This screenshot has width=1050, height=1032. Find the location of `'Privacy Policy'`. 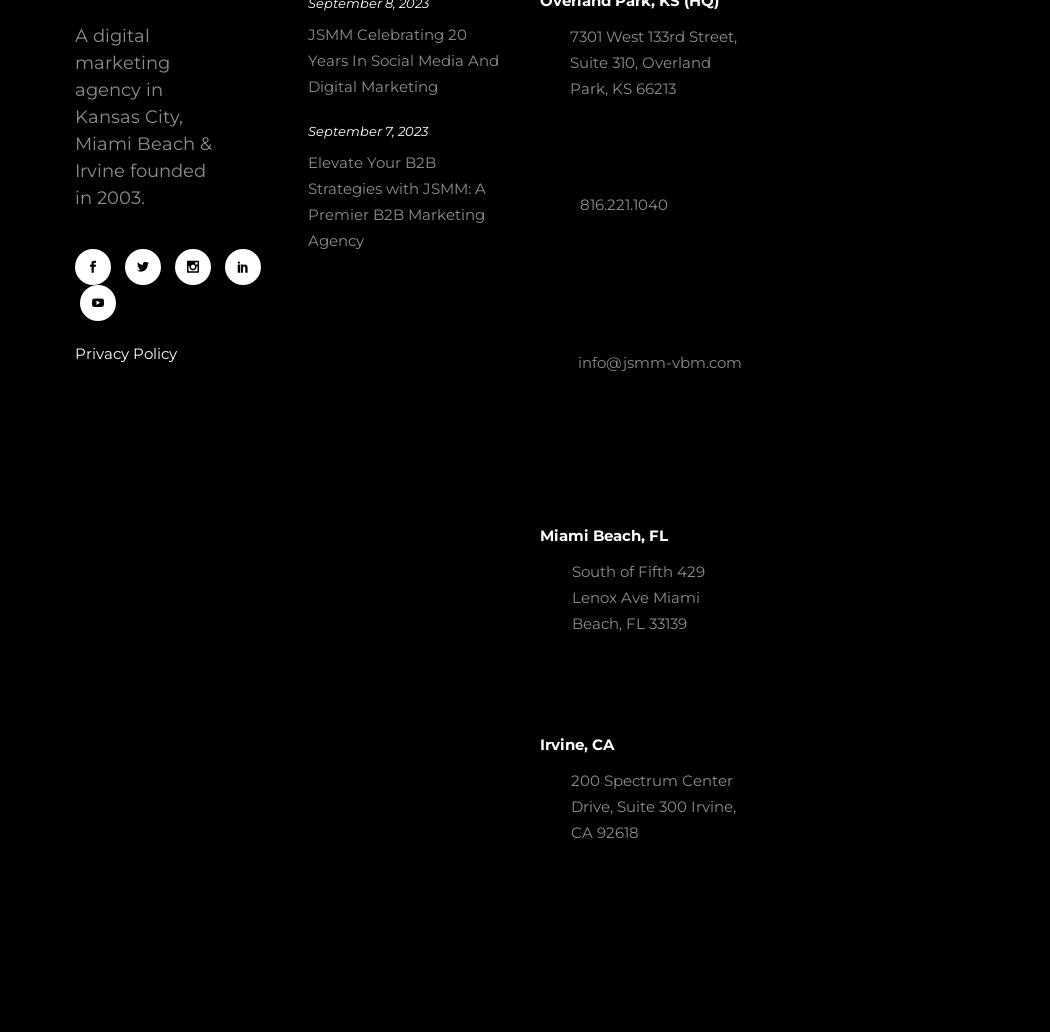

'Privacy Policy' is located at coordinates (125, 352).